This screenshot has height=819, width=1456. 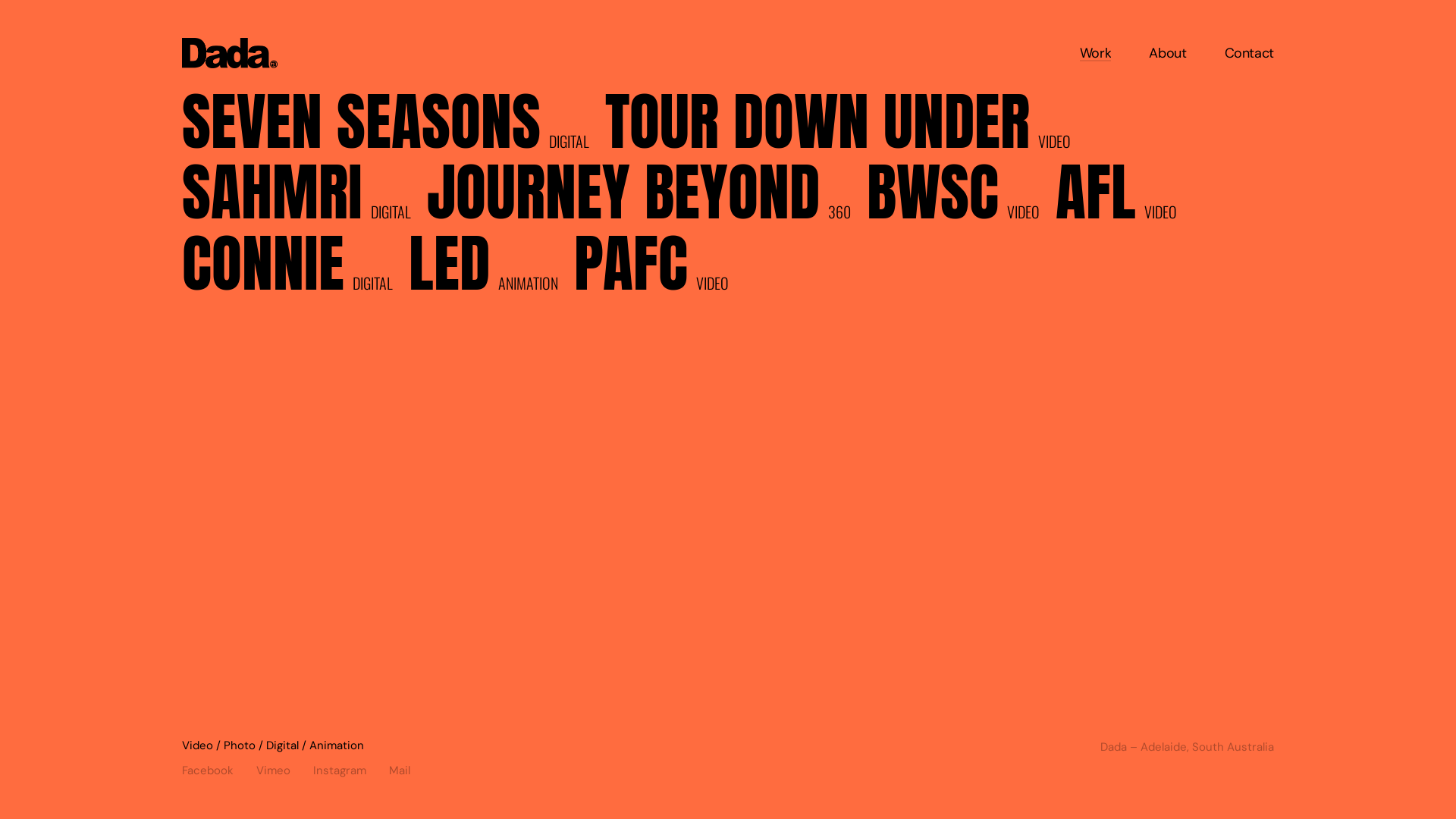 I want to click on 'SAHMRI DIGITAL', so click(x=303, y=197).